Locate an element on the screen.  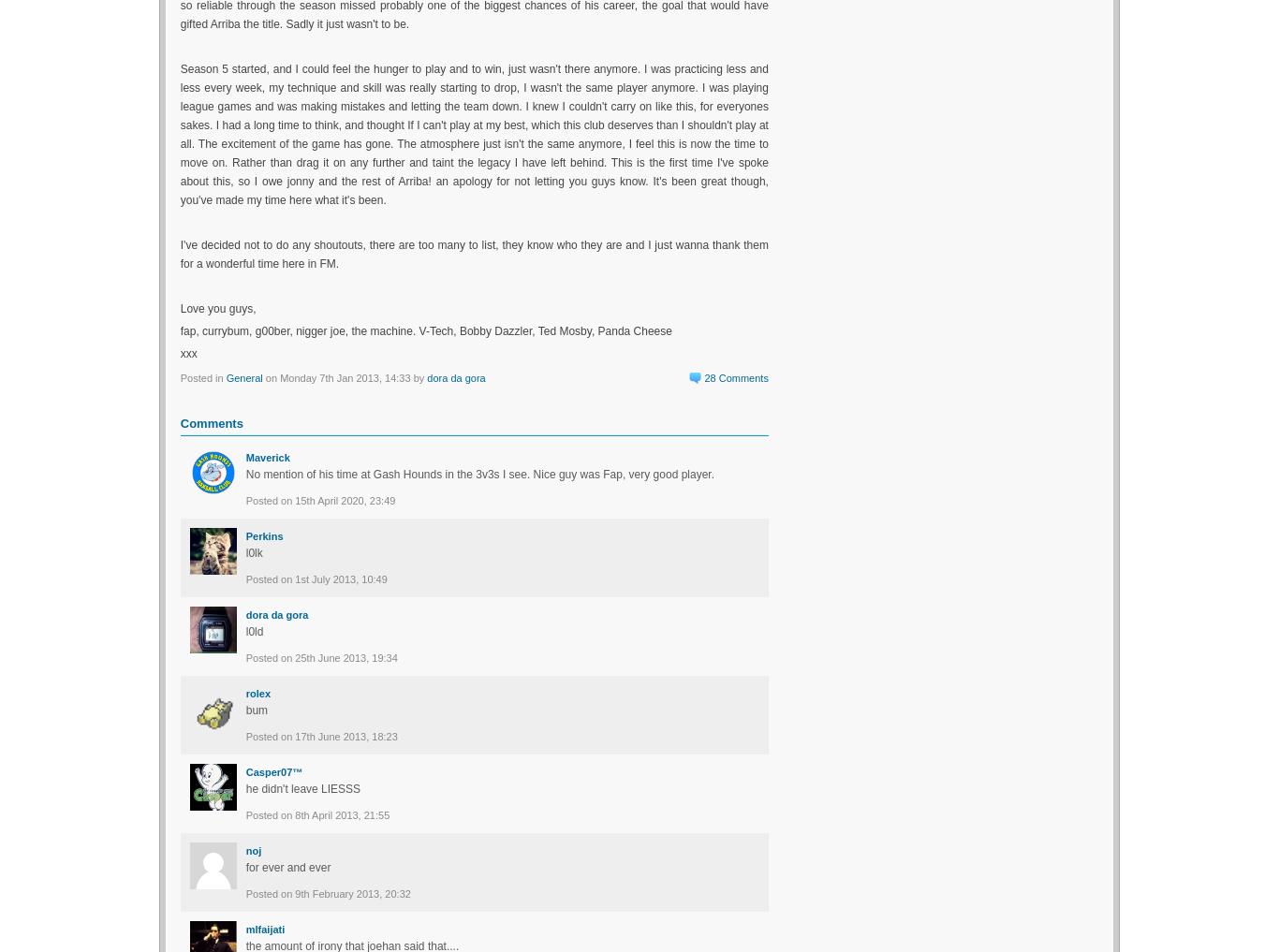
'Posted on 9th February 2013, 20:32' is located at coordinates (326, 892).